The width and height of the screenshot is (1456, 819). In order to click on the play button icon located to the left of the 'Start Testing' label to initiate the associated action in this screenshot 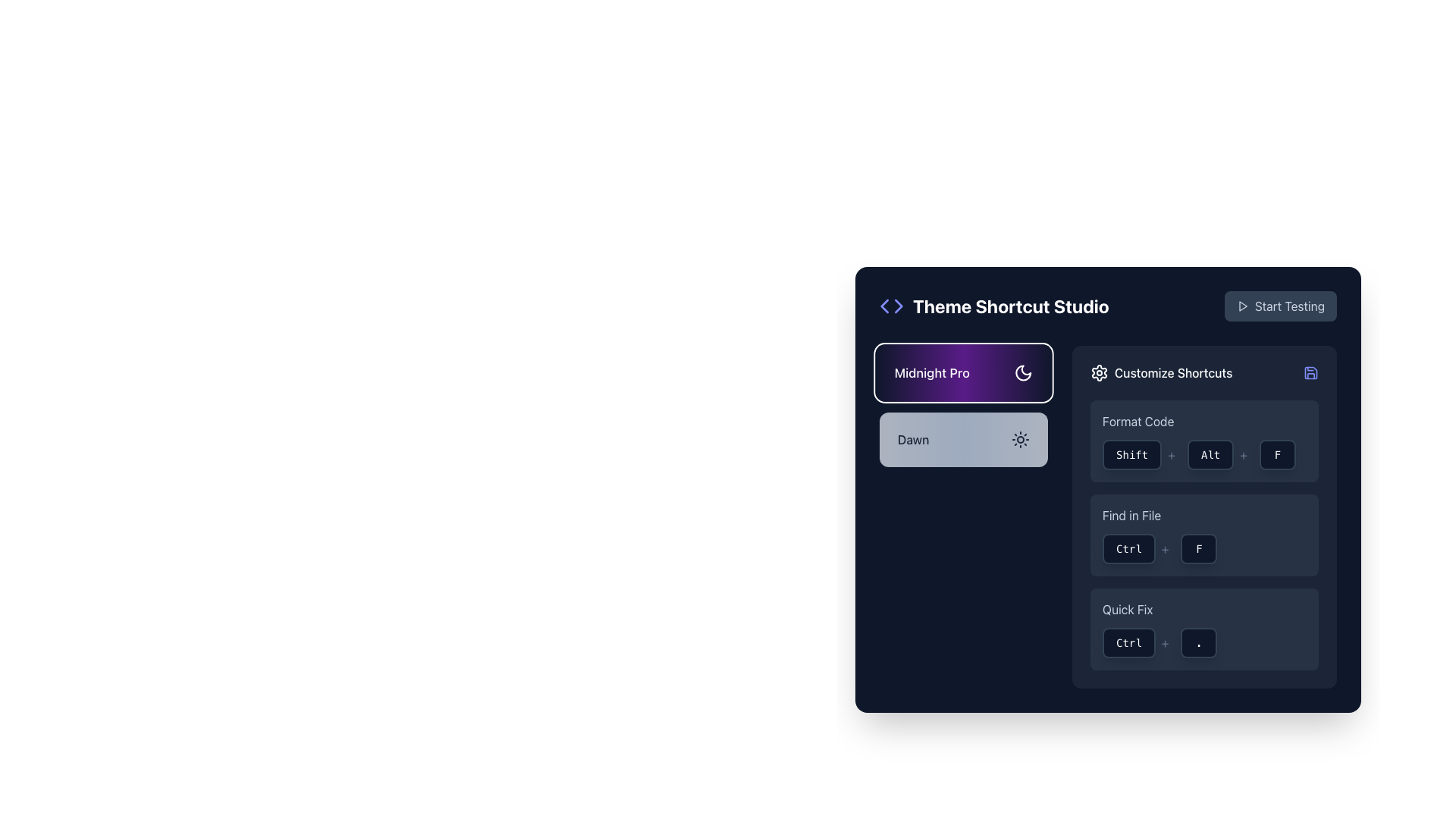, I will do `click(1242, 306)`.